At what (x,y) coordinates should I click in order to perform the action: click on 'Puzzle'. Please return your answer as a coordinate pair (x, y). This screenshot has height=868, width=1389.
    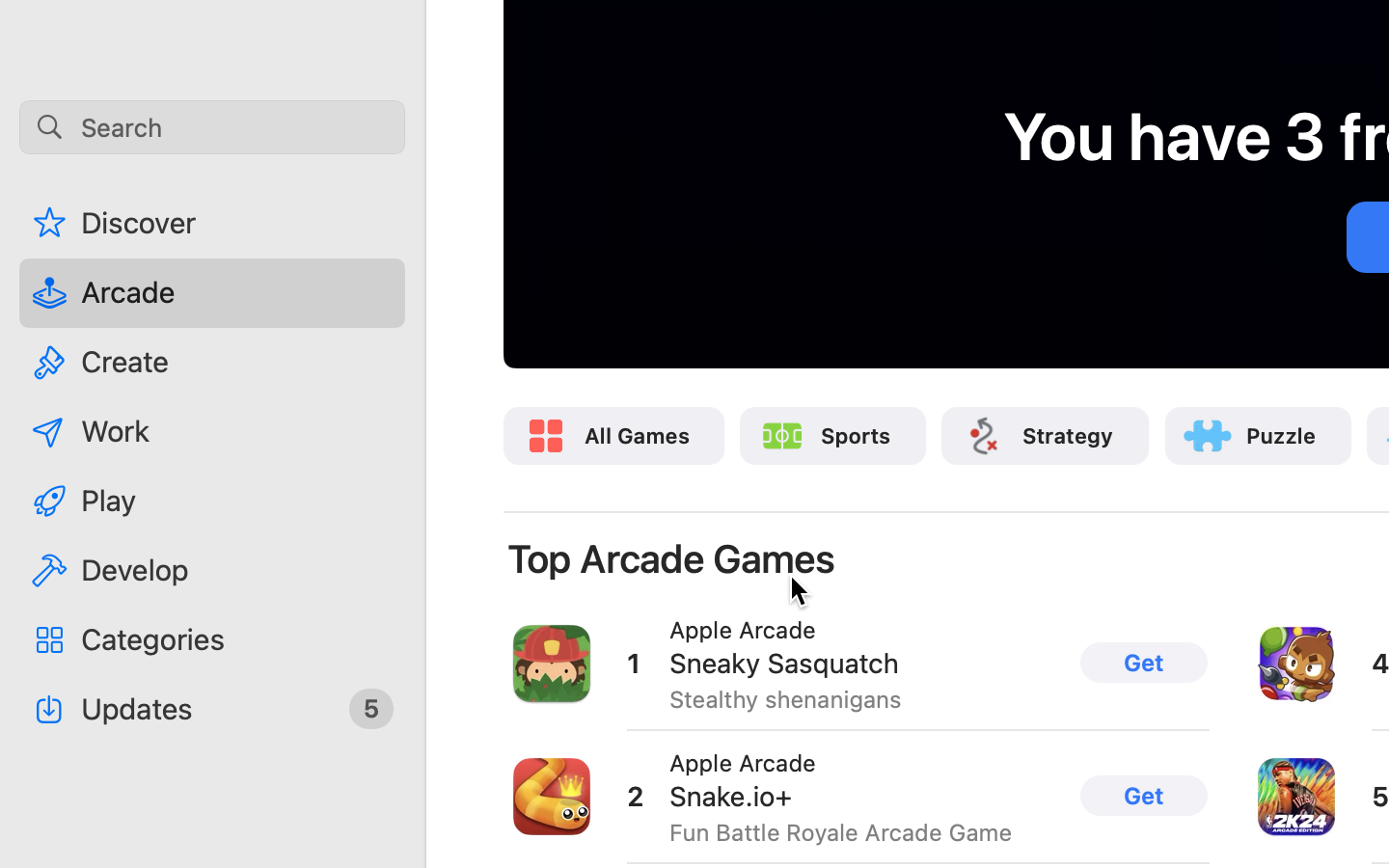
    Looking at the image, I should click on (1280, 434).